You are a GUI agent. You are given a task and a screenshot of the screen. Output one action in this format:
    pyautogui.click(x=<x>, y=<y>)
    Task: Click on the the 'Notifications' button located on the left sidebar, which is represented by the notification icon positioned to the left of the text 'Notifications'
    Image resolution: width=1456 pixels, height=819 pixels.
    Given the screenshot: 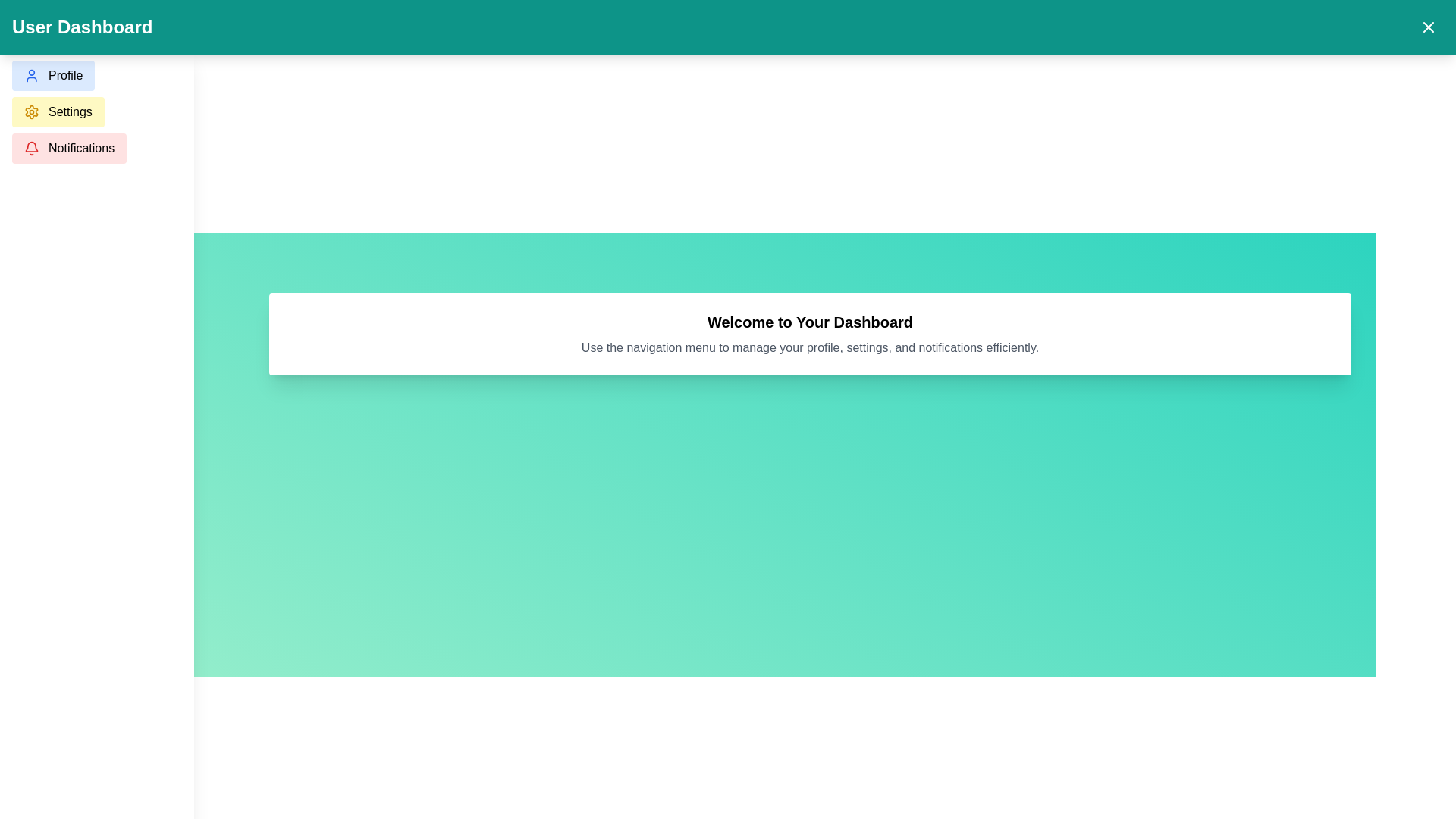 What is the action you would take?
    pyautogui.click(x=32, y=149)
    